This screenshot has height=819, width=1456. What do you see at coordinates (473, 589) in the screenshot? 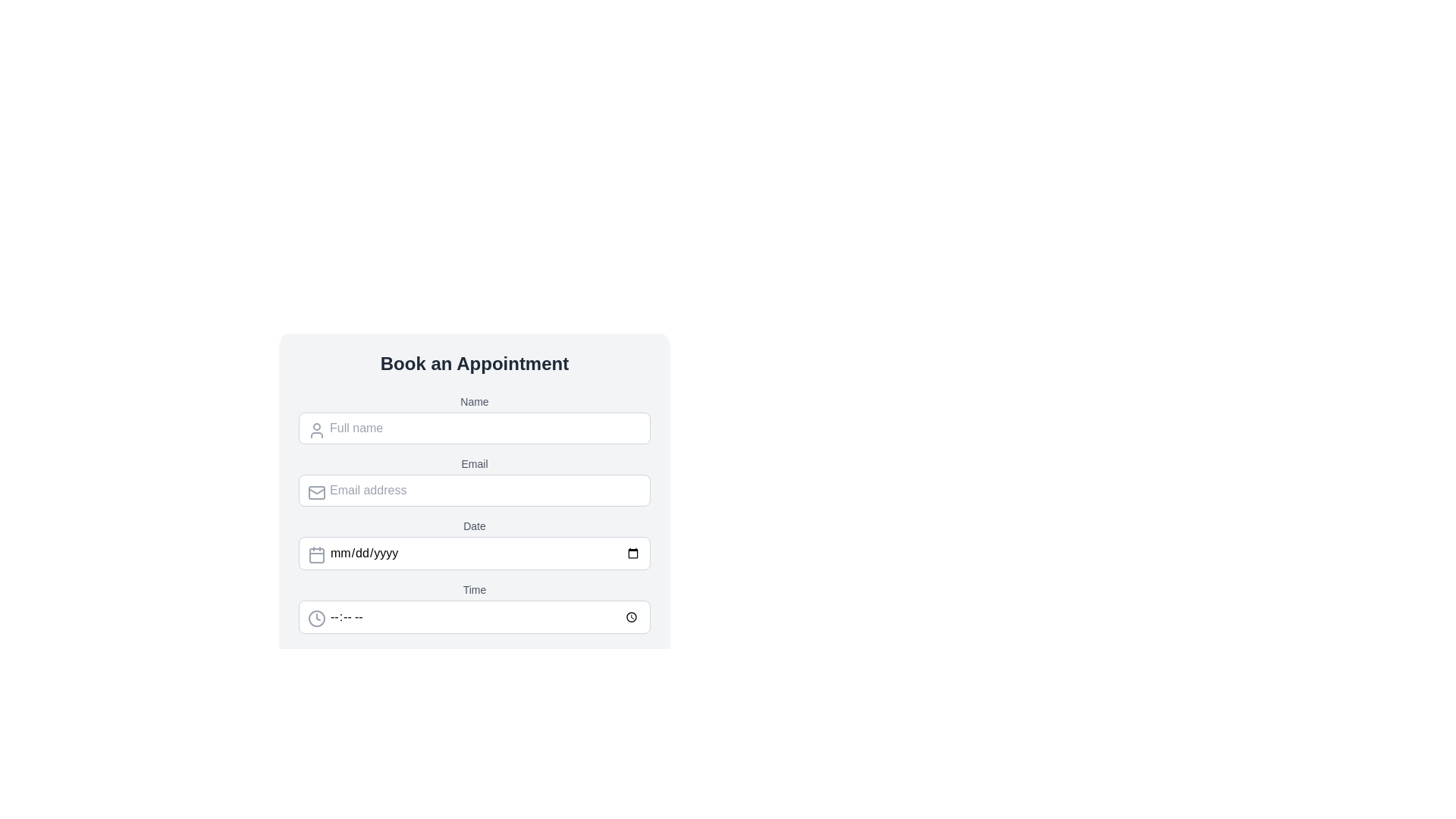
I see `the text label for the time input area in the 'Book an Appointment' form, located under the 'Date' section, which is aligned with the time picker input field` at bounding box center [473, 589].